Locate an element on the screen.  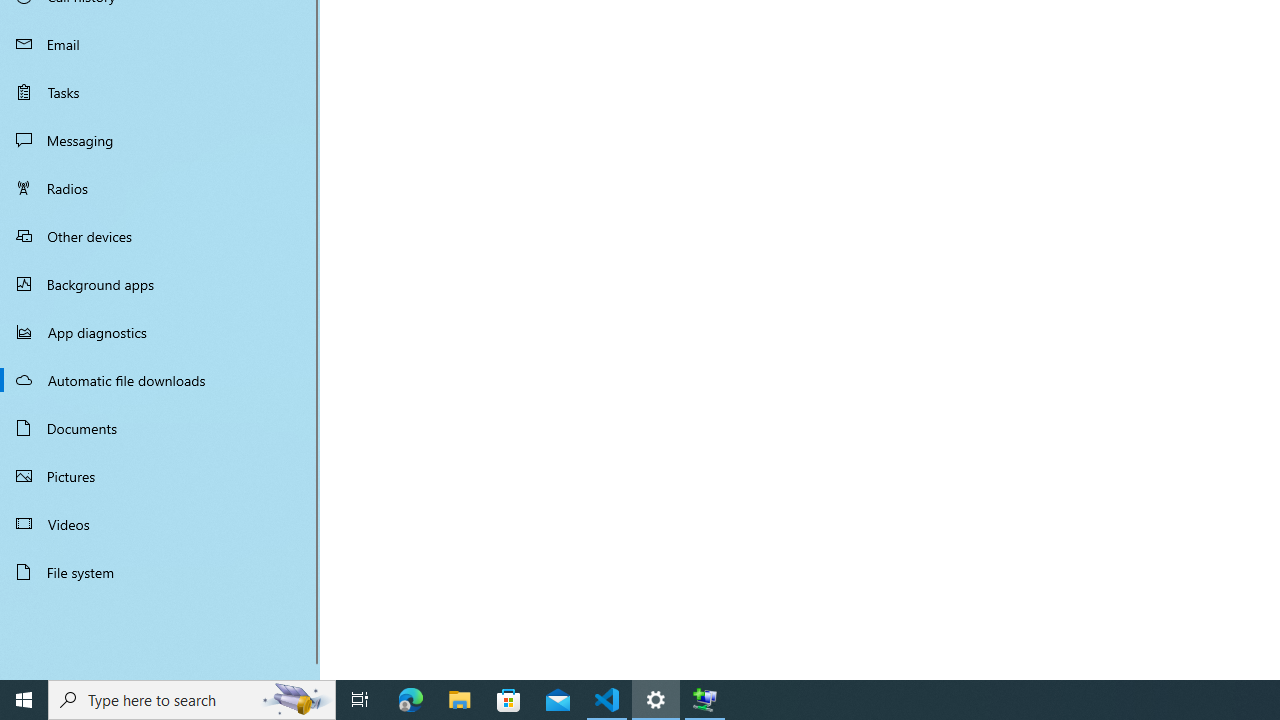
'Automatic file downloads' is located at coordinates (160, 379).